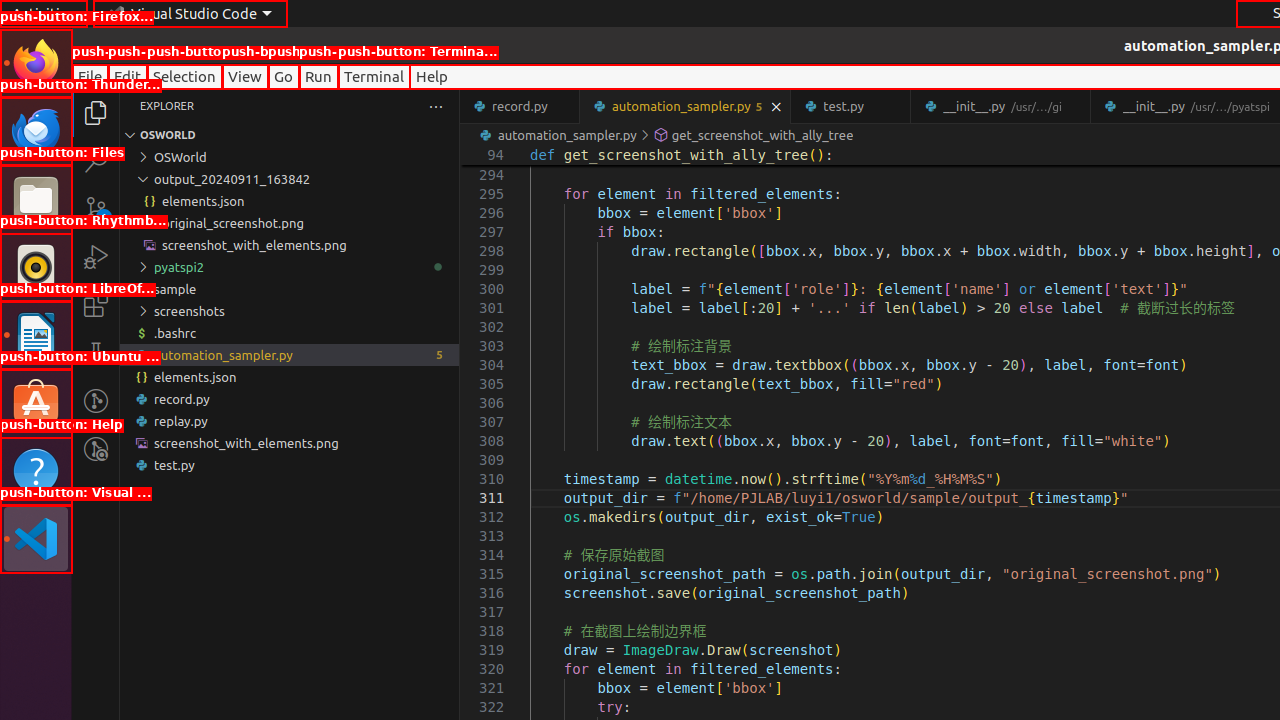  I want to click on 'Run', so click(317, 75).